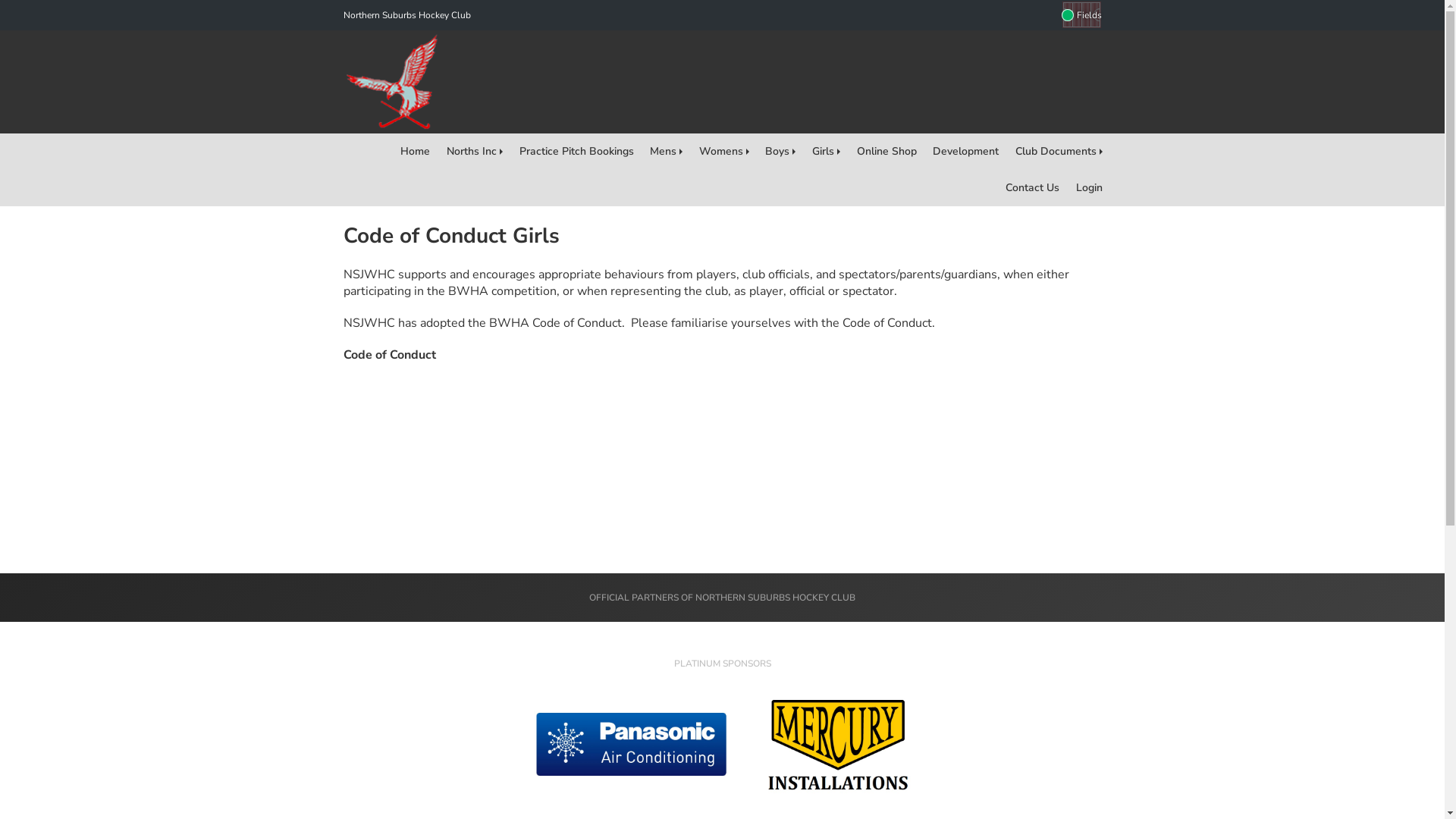  Describe the element at coordinates (1066, 187) in the screenshot. I see `'Login'` at that location.